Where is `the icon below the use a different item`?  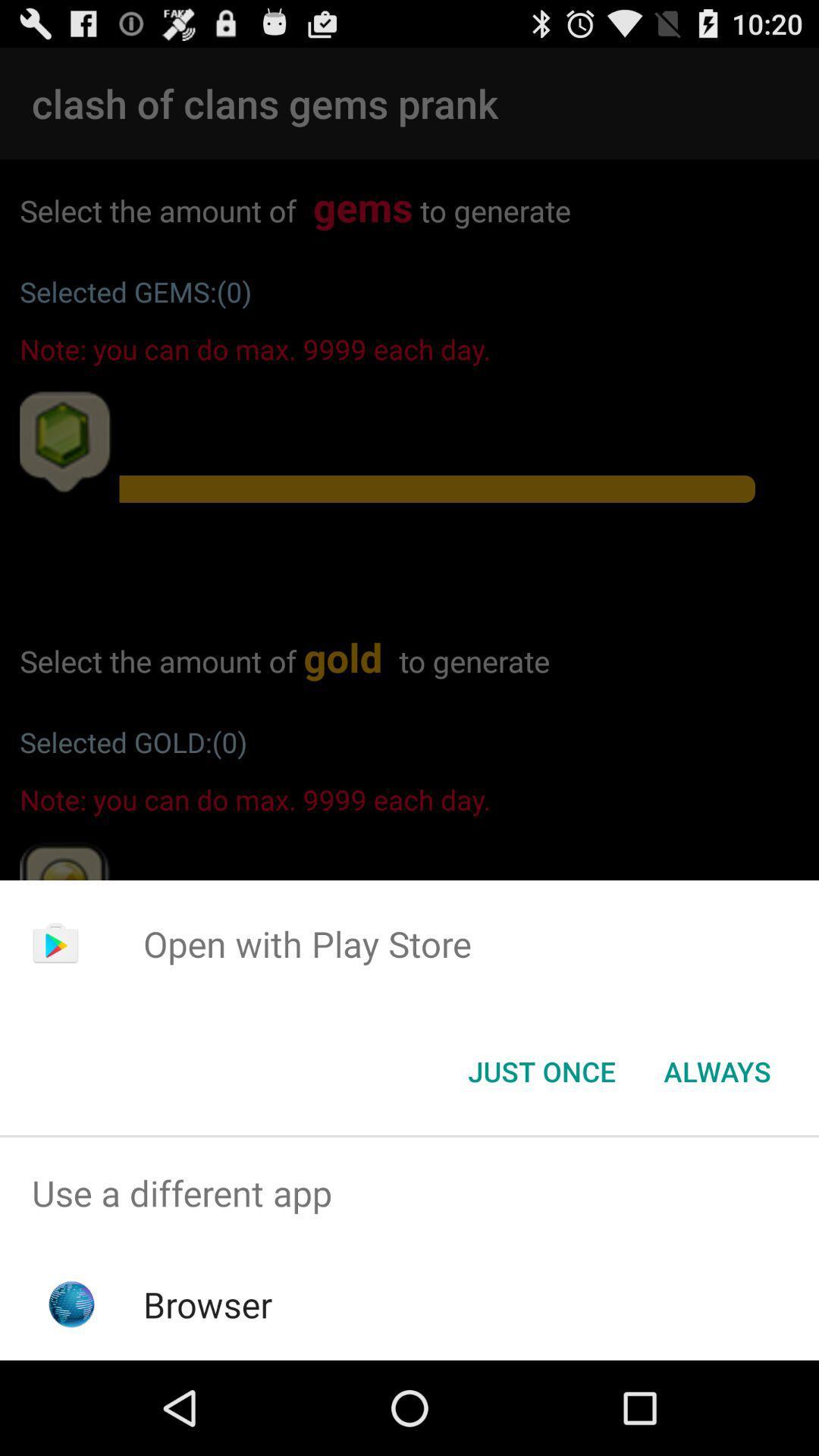 the icon below the use a different item is located at coordinates (208, 1304).